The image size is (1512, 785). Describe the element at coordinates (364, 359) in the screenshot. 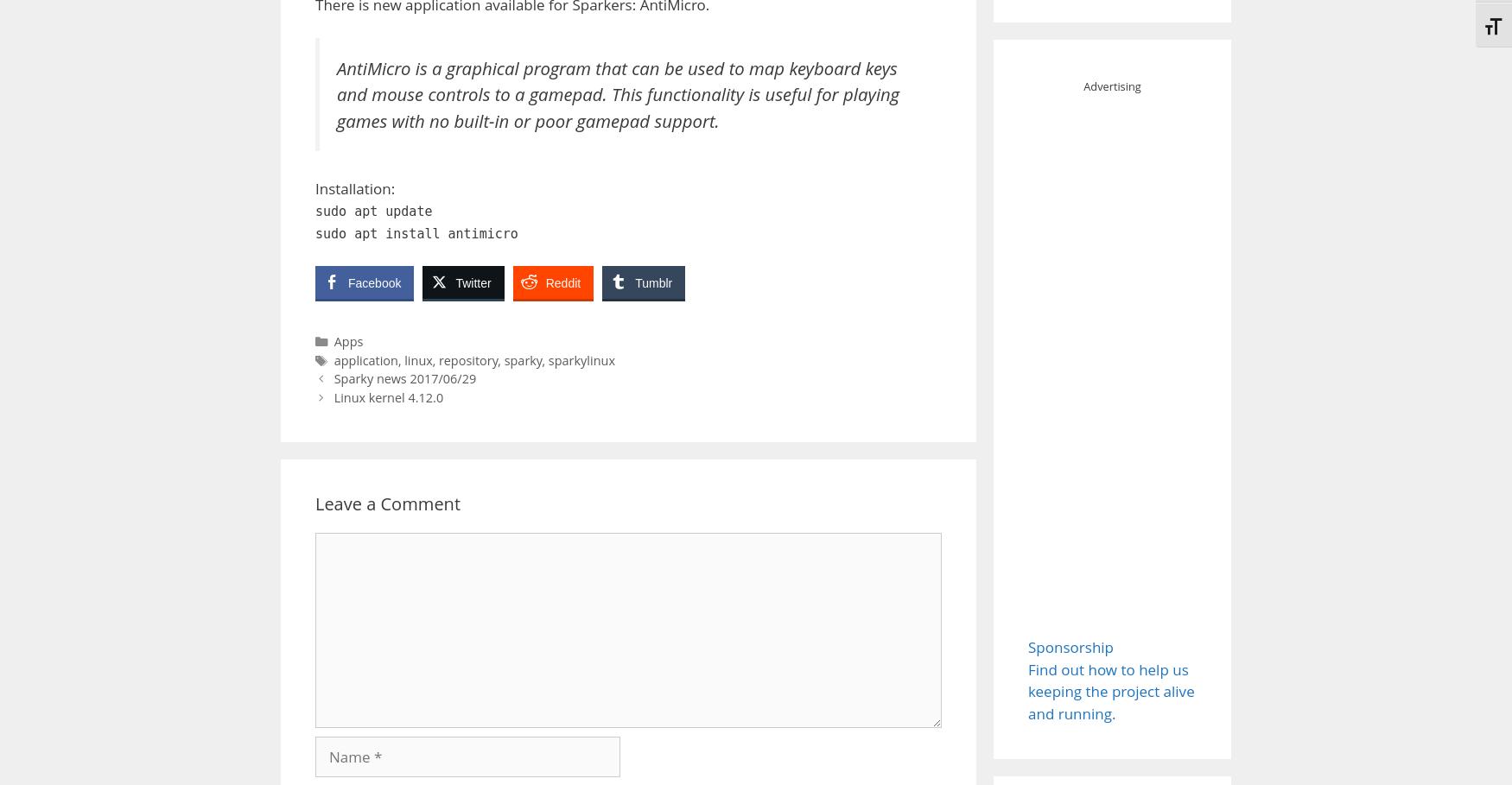

I see `'application'` at that location.